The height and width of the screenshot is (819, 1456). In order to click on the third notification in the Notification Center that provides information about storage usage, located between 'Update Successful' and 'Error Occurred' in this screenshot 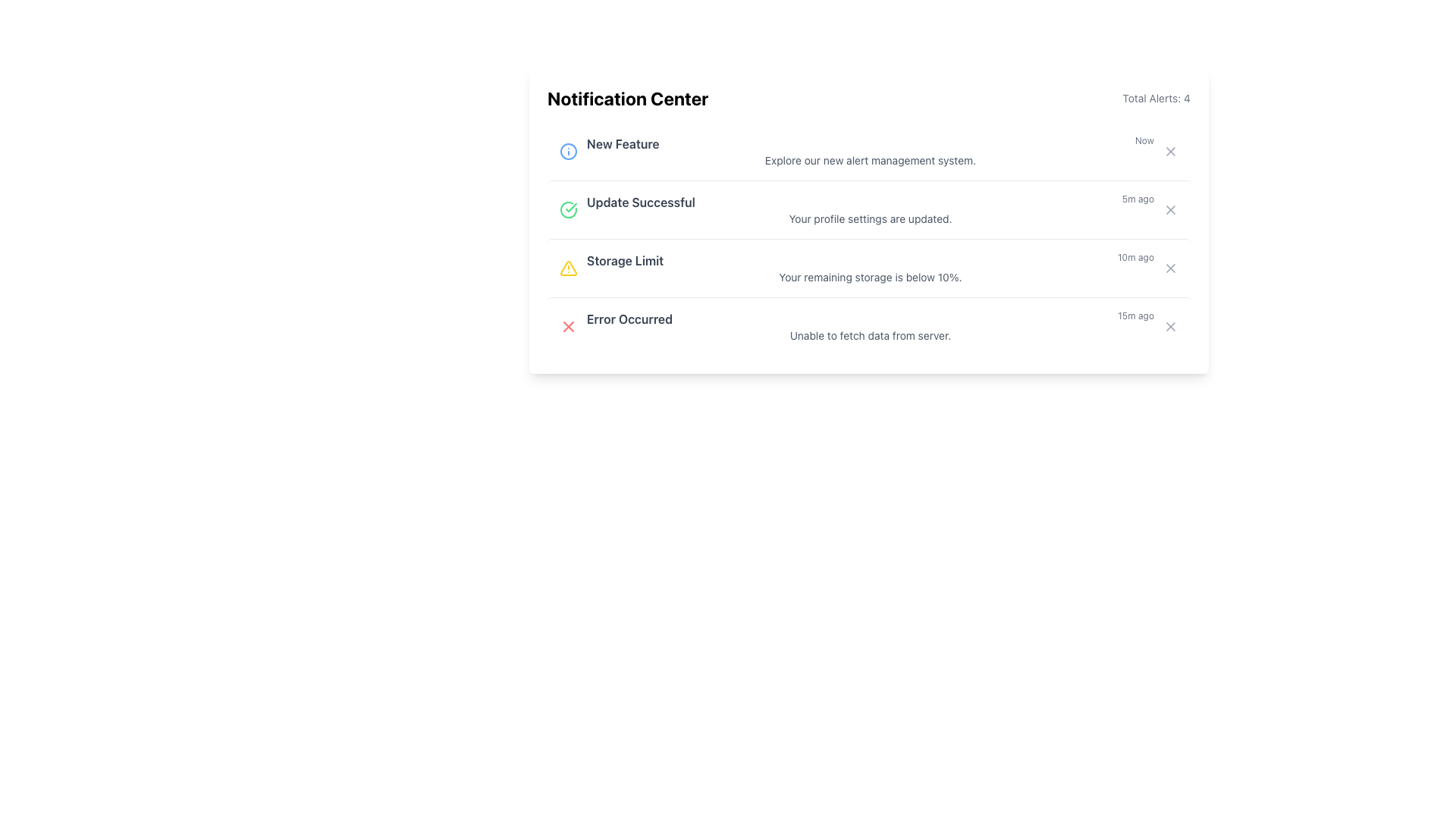, I will do `click(870, 259)`.